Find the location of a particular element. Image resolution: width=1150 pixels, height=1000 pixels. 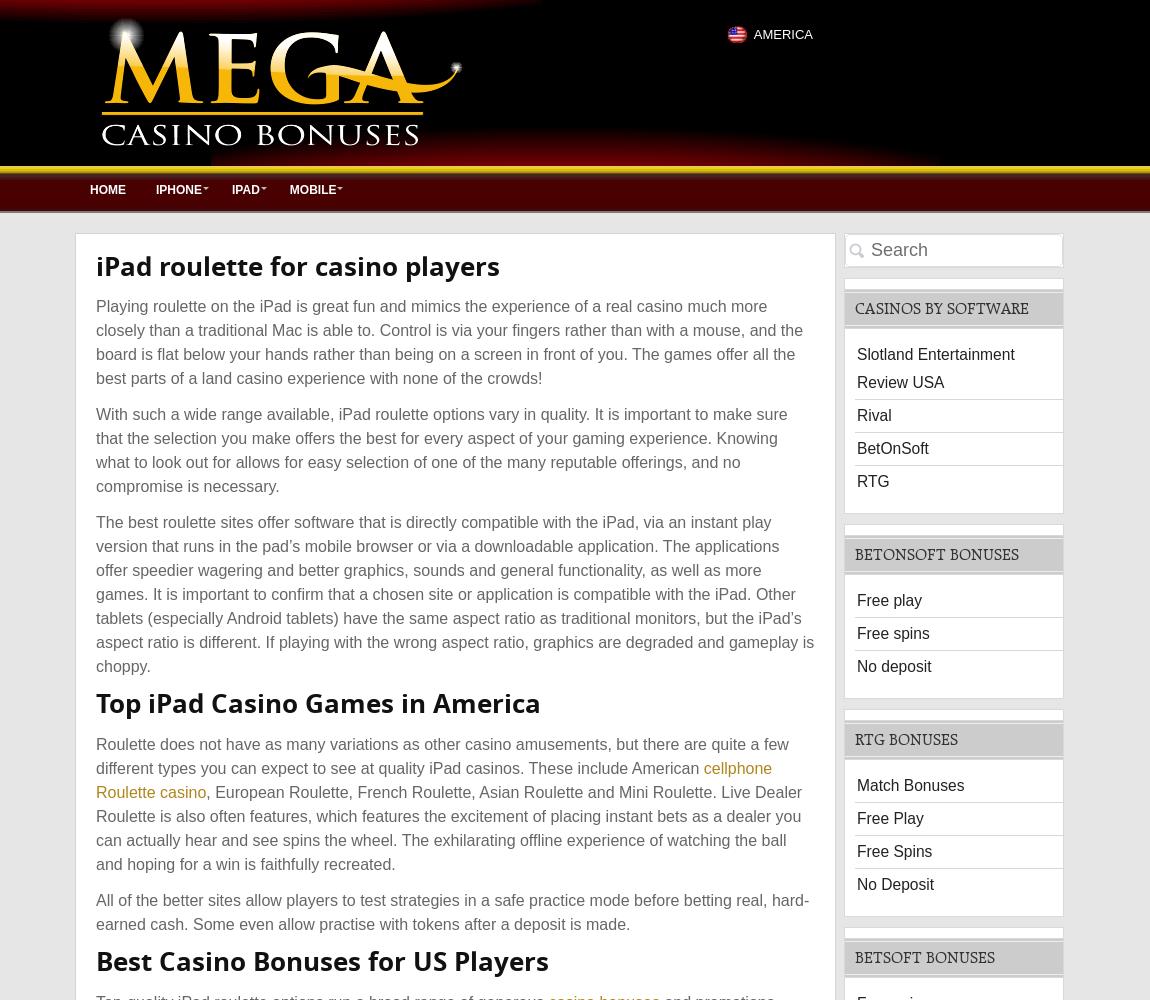

'RTG BONUSES' is located at coordinates (906, 737).